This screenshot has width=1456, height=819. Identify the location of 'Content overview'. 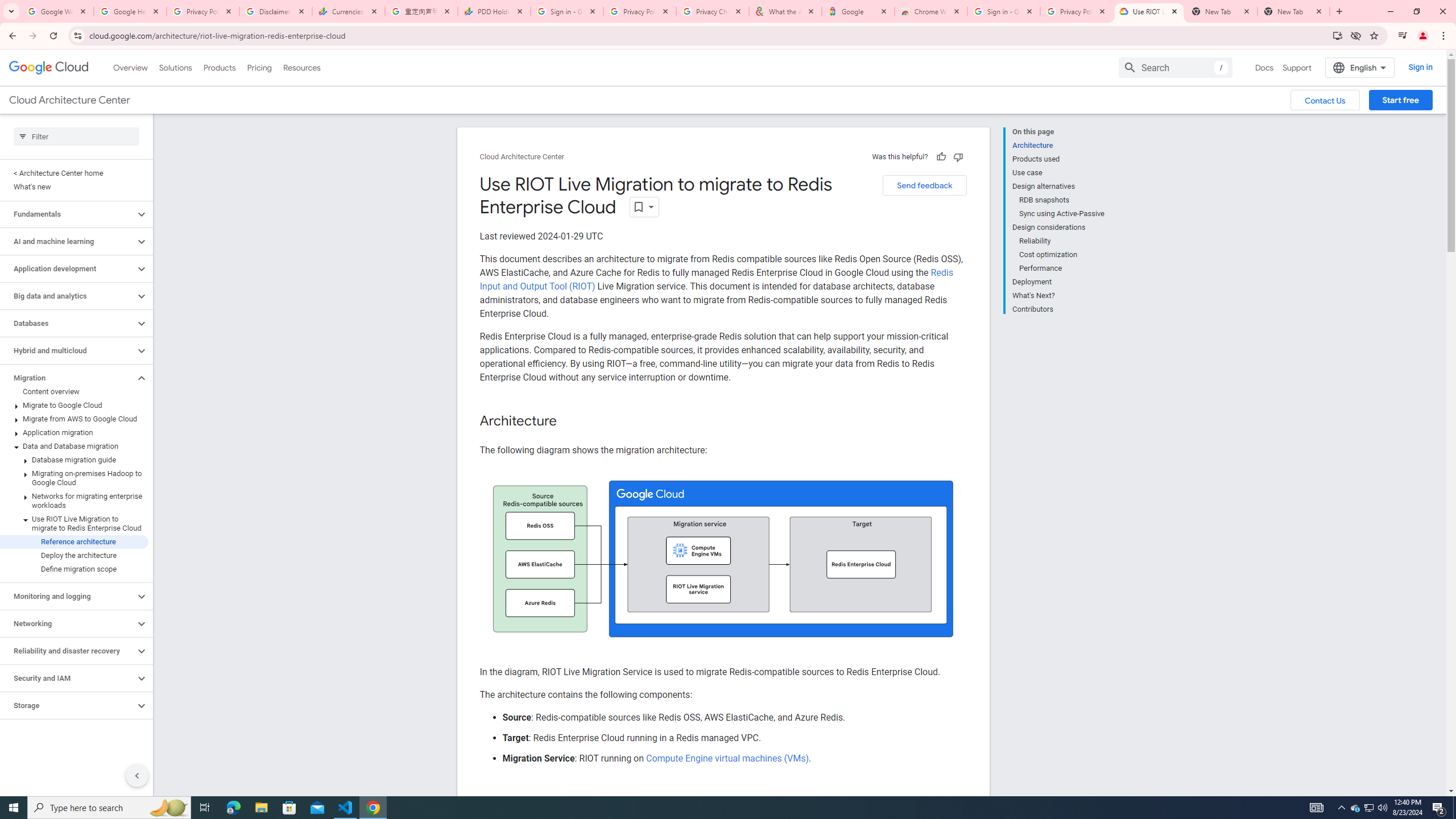
(74, 392).